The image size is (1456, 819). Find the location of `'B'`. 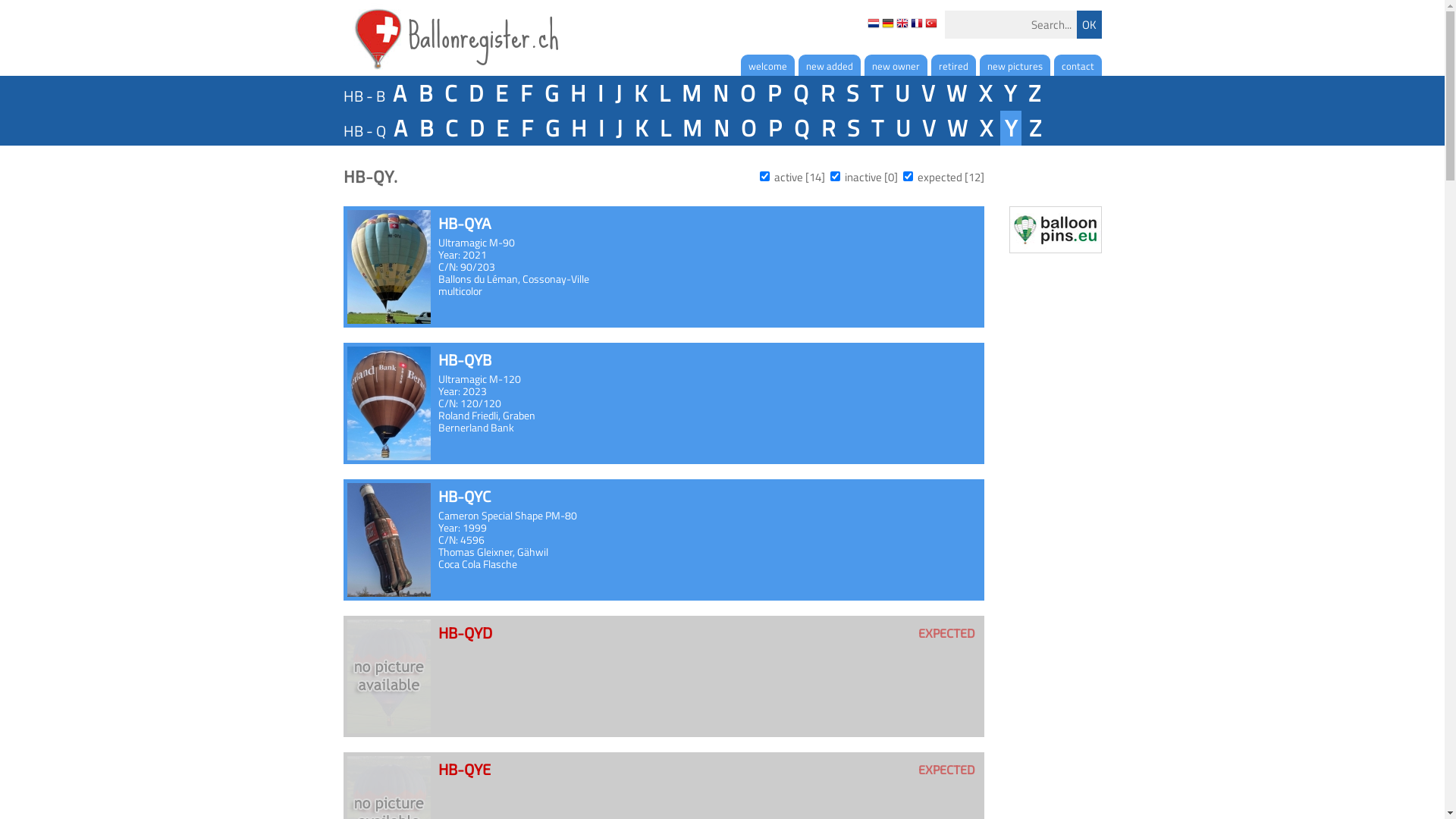

'B' is located at coordinates (425, 93).